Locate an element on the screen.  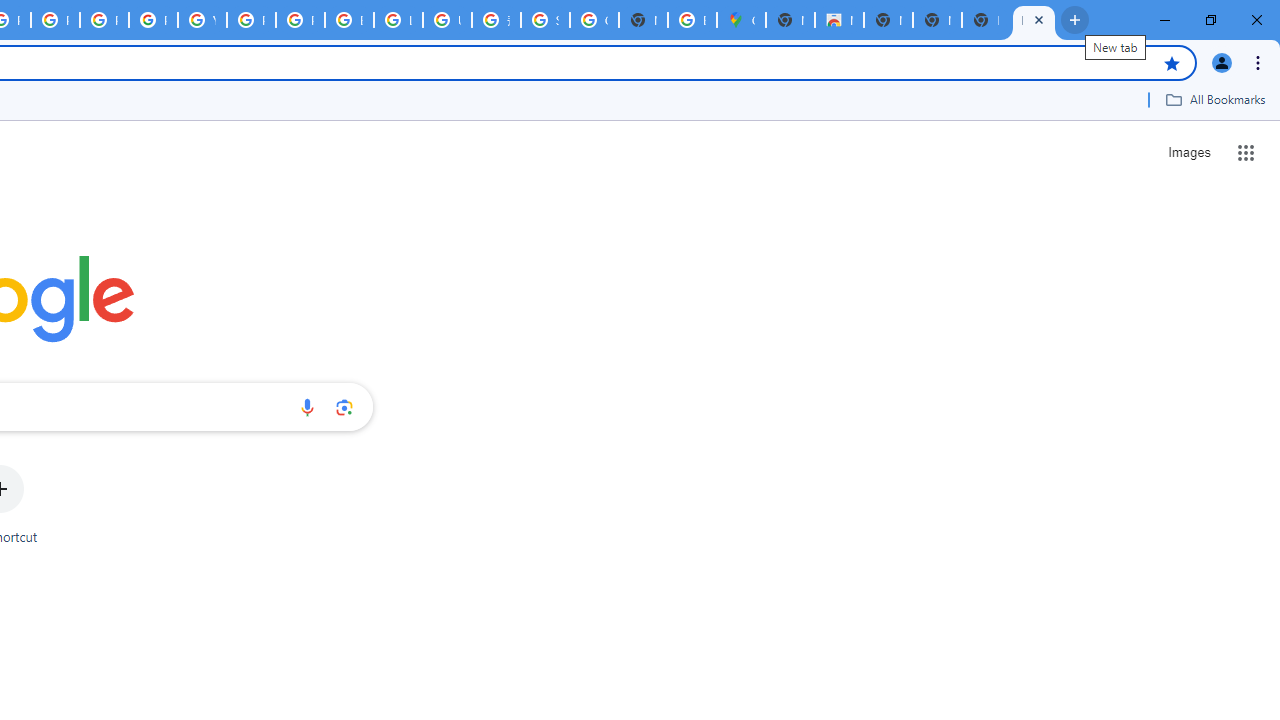
'YouTube' is located at coordinates (202, 20).